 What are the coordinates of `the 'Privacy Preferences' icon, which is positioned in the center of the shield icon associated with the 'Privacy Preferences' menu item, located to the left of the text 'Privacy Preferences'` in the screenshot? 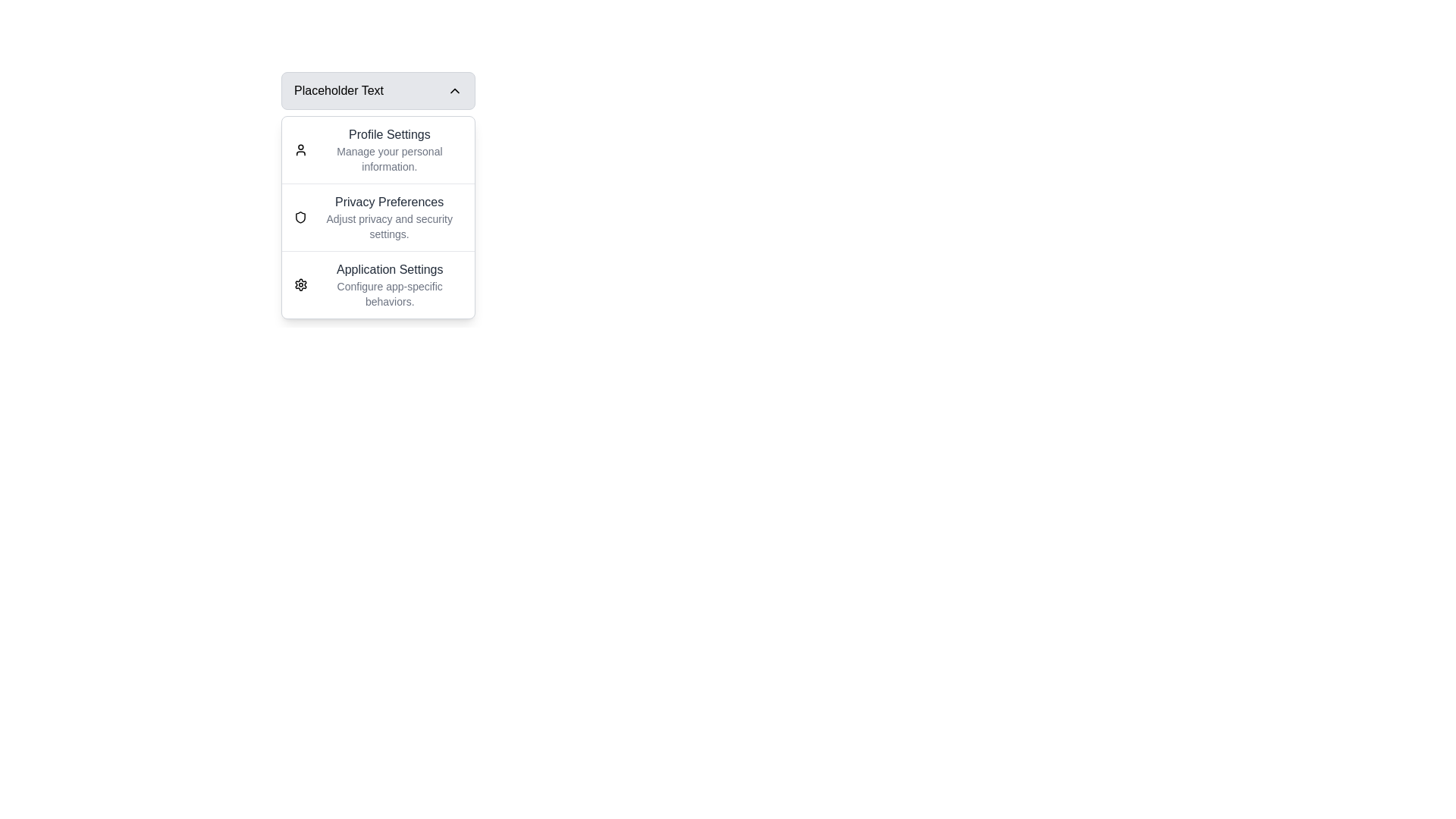 It's located at (300, 217).